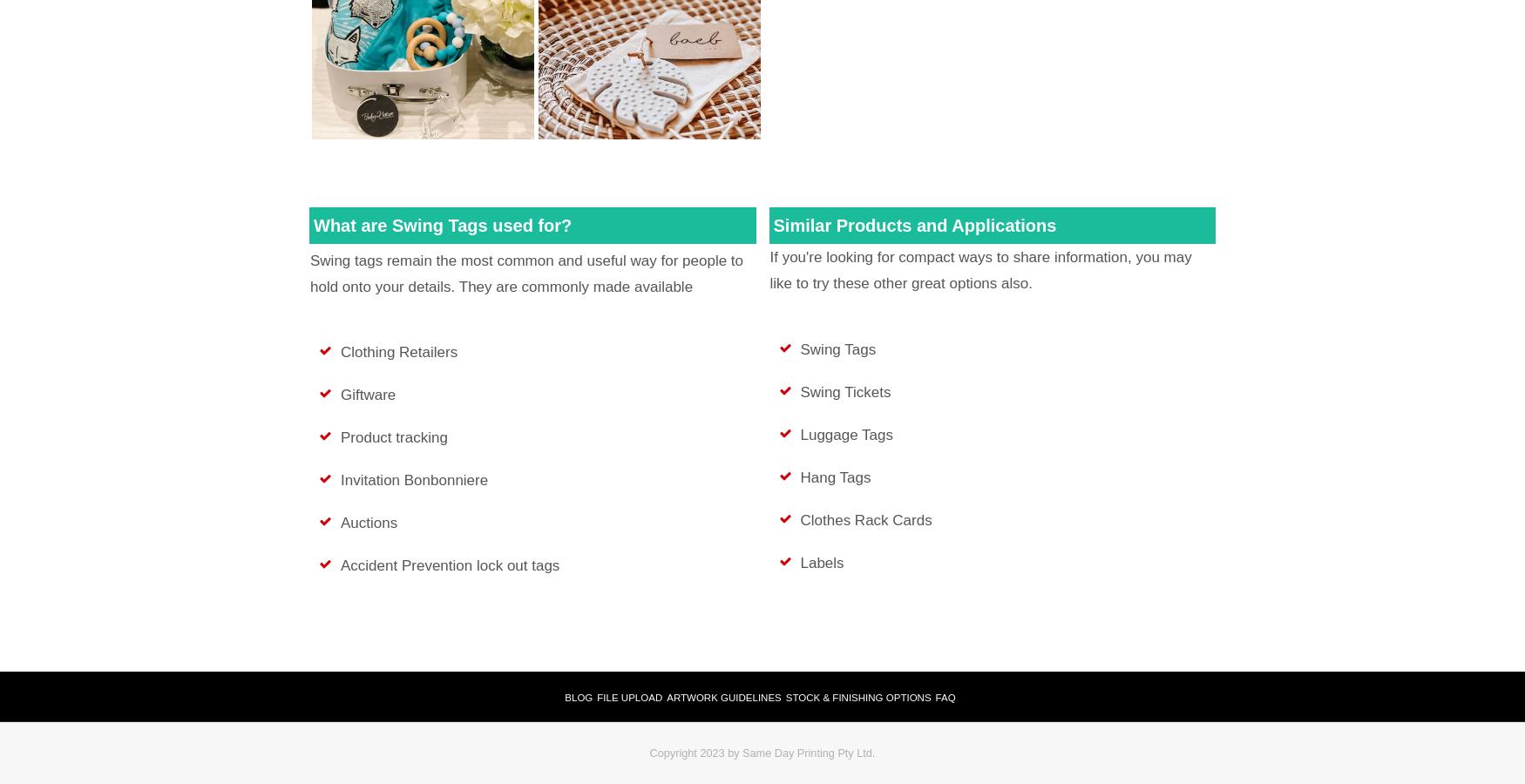 The height and width of the screenshot is (784, 1525). What do you see at coordinates (414, 478) in the screenshot?
I see `'Invitation Bonbonniere'` at bounding box center [414, 478].